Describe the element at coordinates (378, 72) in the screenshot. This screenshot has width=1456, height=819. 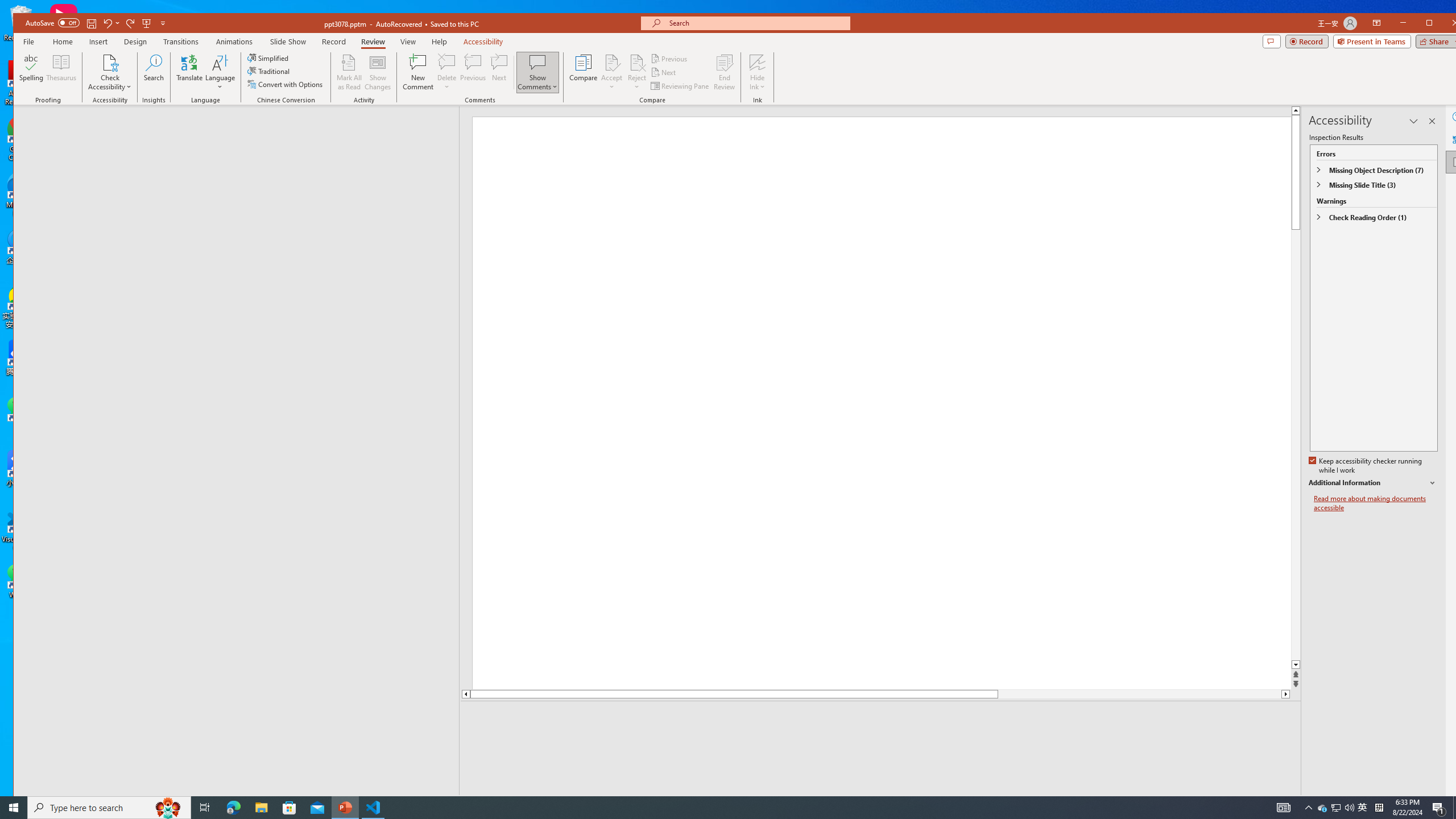
I see `'Show Changes'` at that location.